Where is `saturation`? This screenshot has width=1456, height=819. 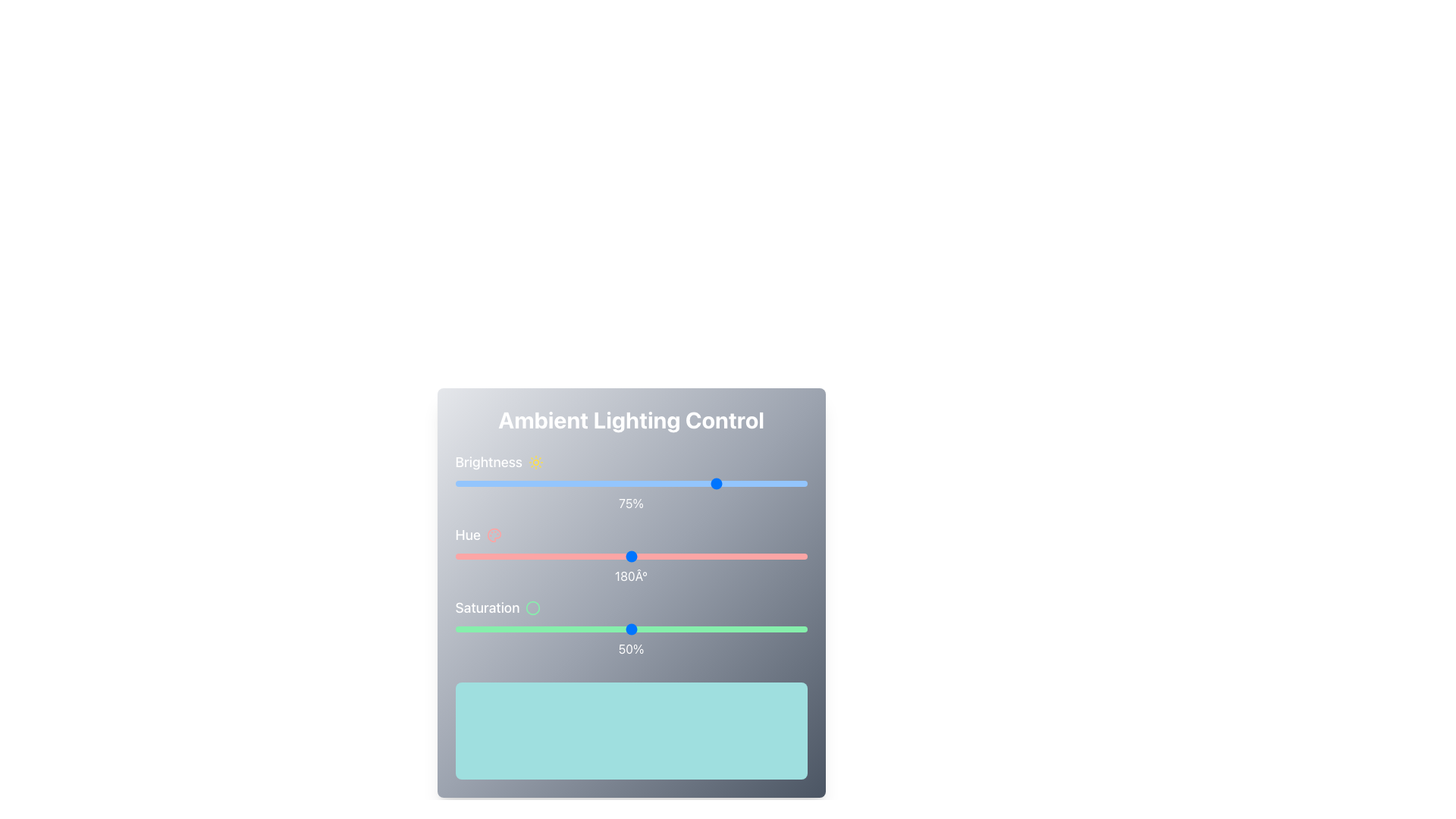
saturation is located at coordinates (669, 629).